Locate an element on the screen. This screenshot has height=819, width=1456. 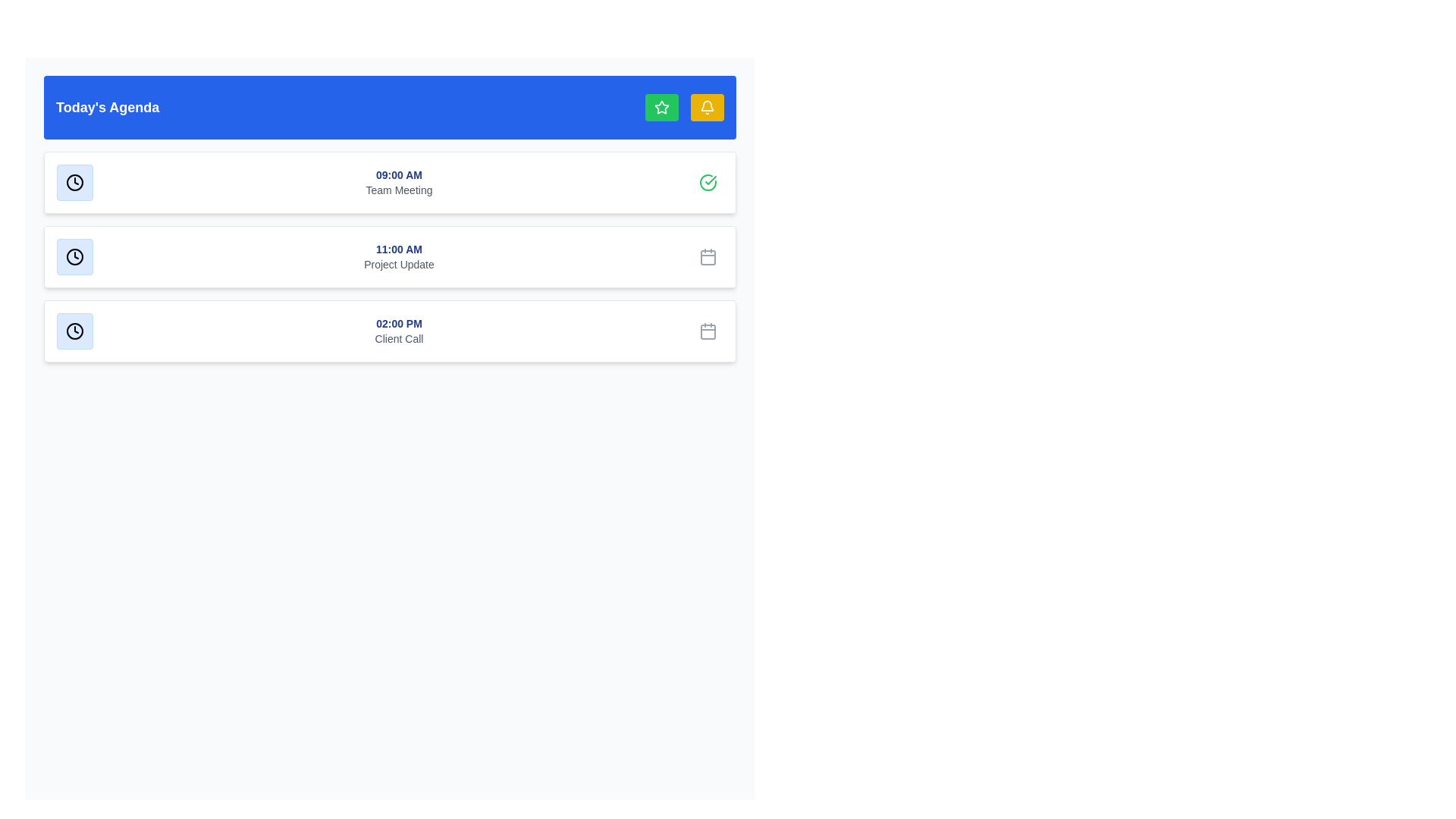
the completed agenda item icon for '09:00 AM Team Meeting' located at the top right corner of the first row in 'Today's Agenda' is located at coordinates (708, 181).